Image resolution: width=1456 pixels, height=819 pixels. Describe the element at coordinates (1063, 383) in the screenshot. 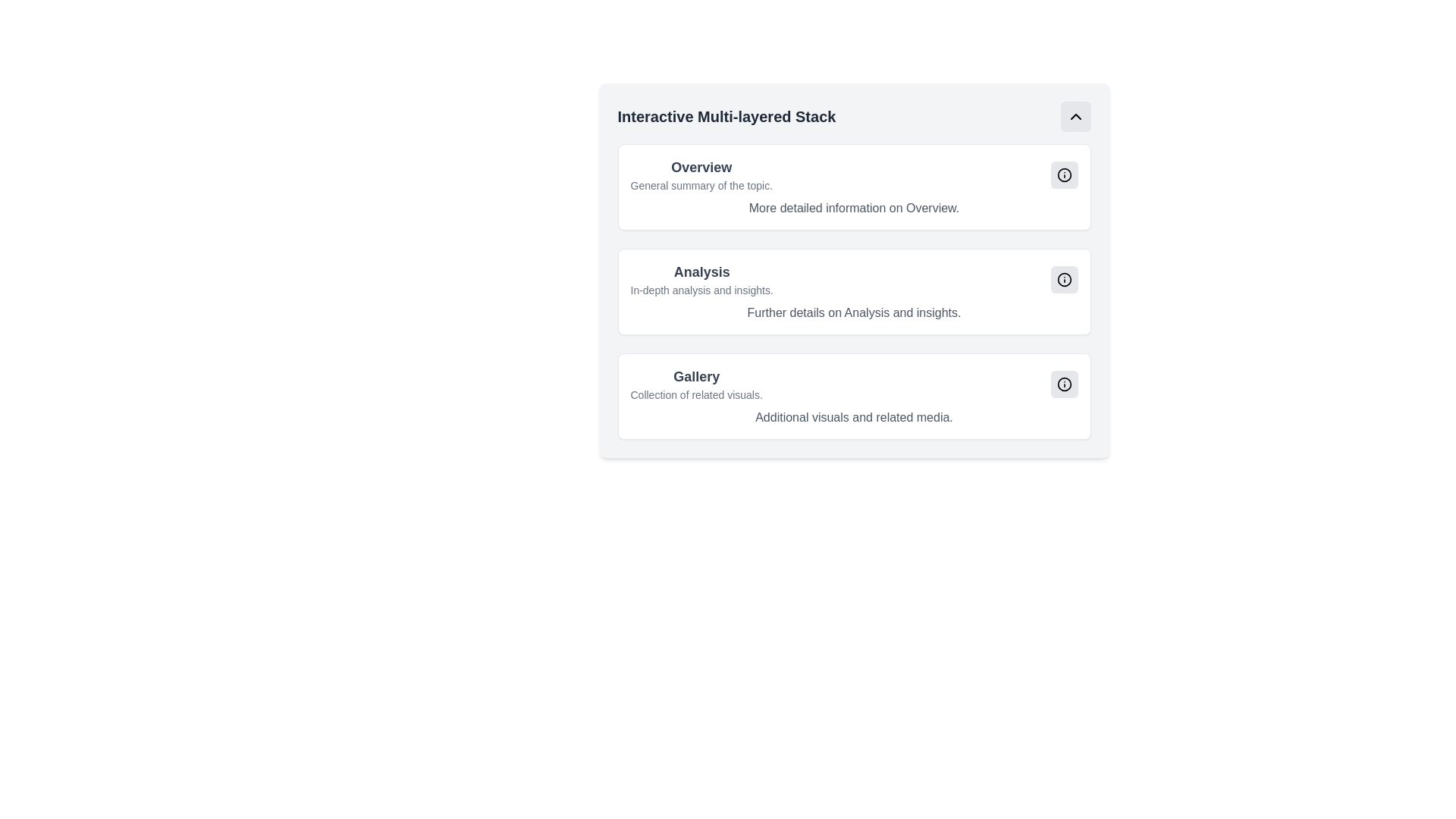

I see `the icon located at the bottom right corner of the 'Gallery' section, which provides additional information when interacted with` at that location.